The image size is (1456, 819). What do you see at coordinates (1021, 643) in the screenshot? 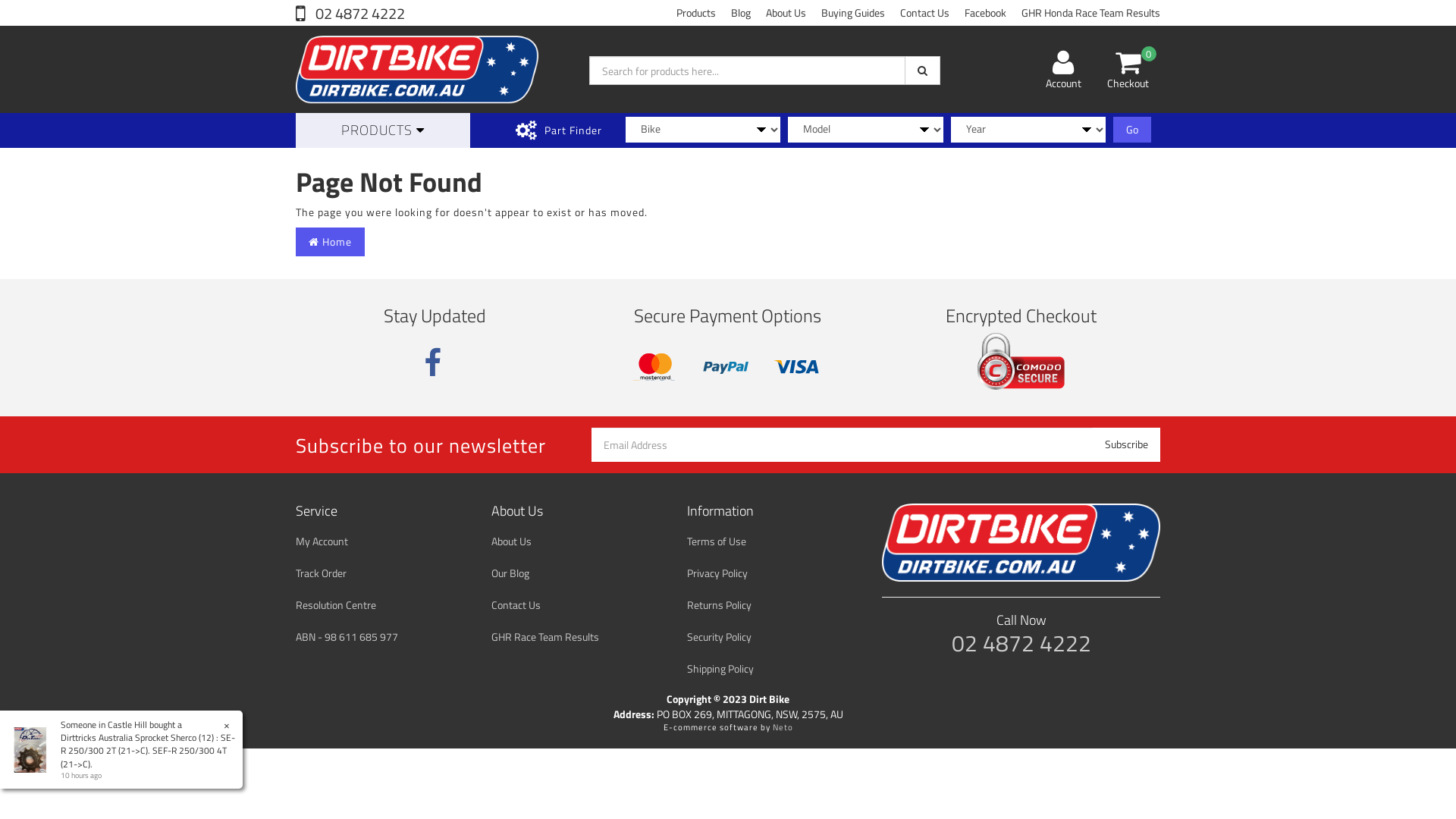
I see `'02 4872 4222'` at bounding box center [1021, 643].